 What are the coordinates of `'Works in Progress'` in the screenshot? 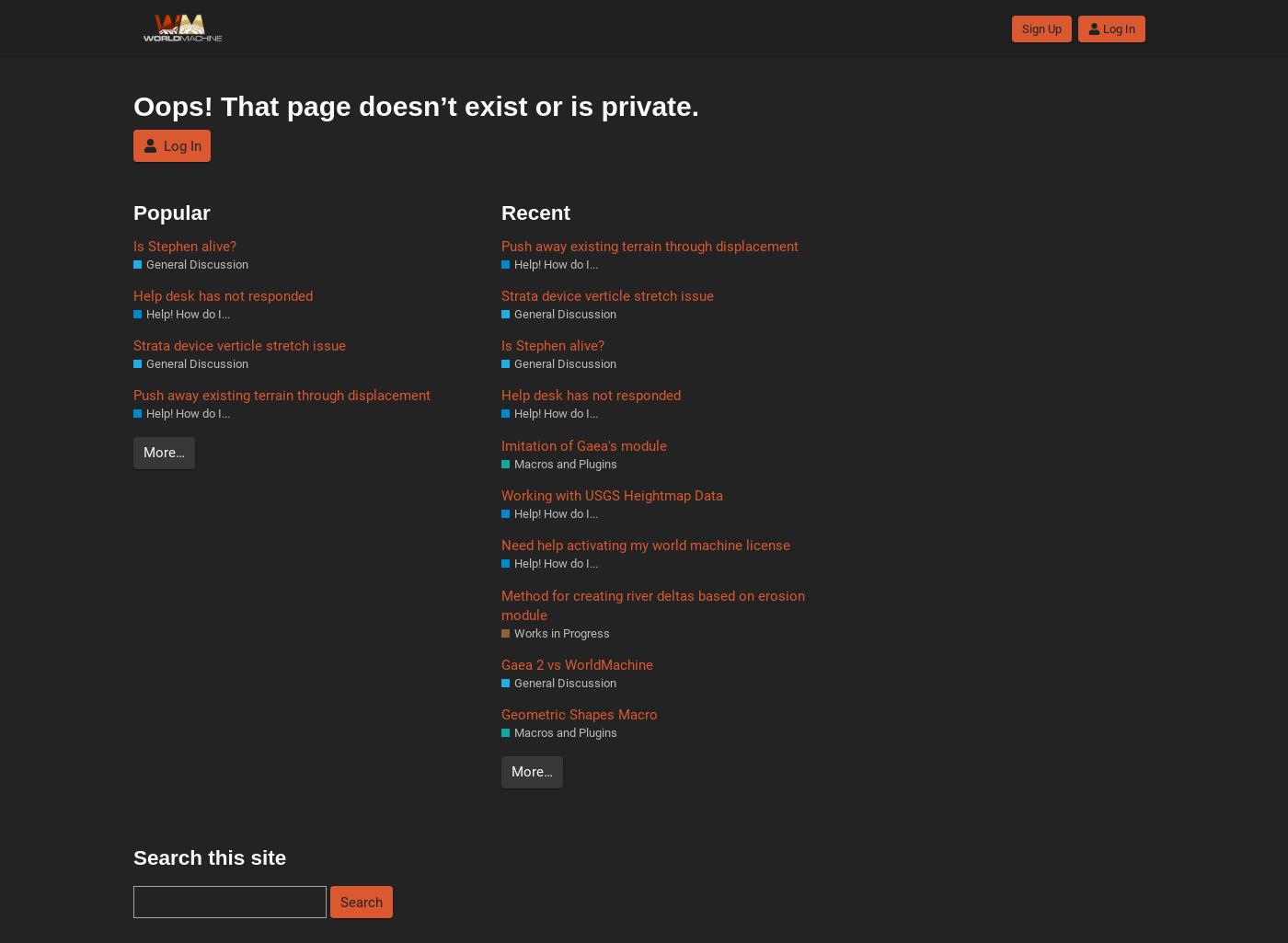 It's located at (561, 632).